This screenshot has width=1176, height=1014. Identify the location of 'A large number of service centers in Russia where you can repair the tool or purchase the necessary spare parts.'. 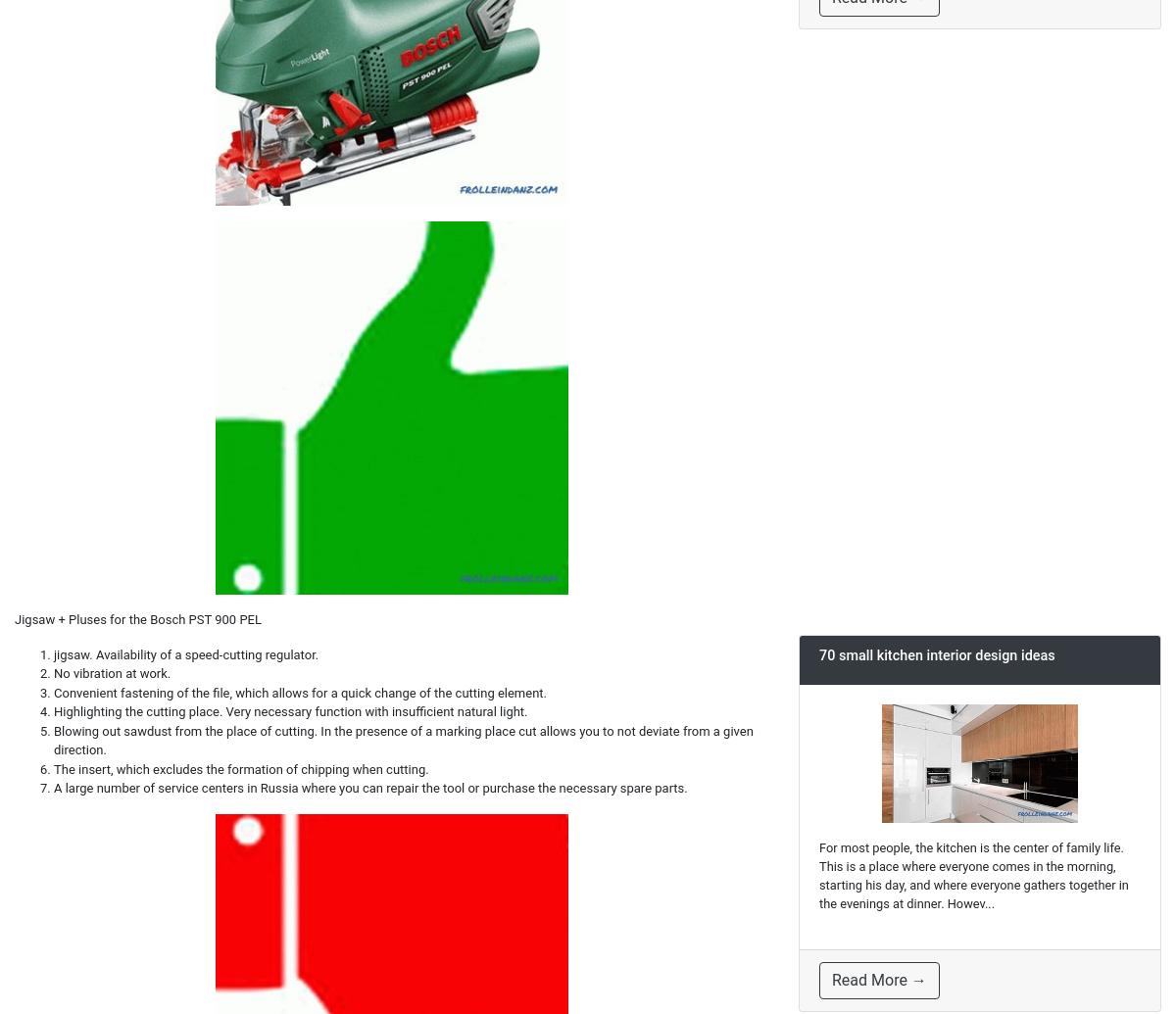
(370, 787).